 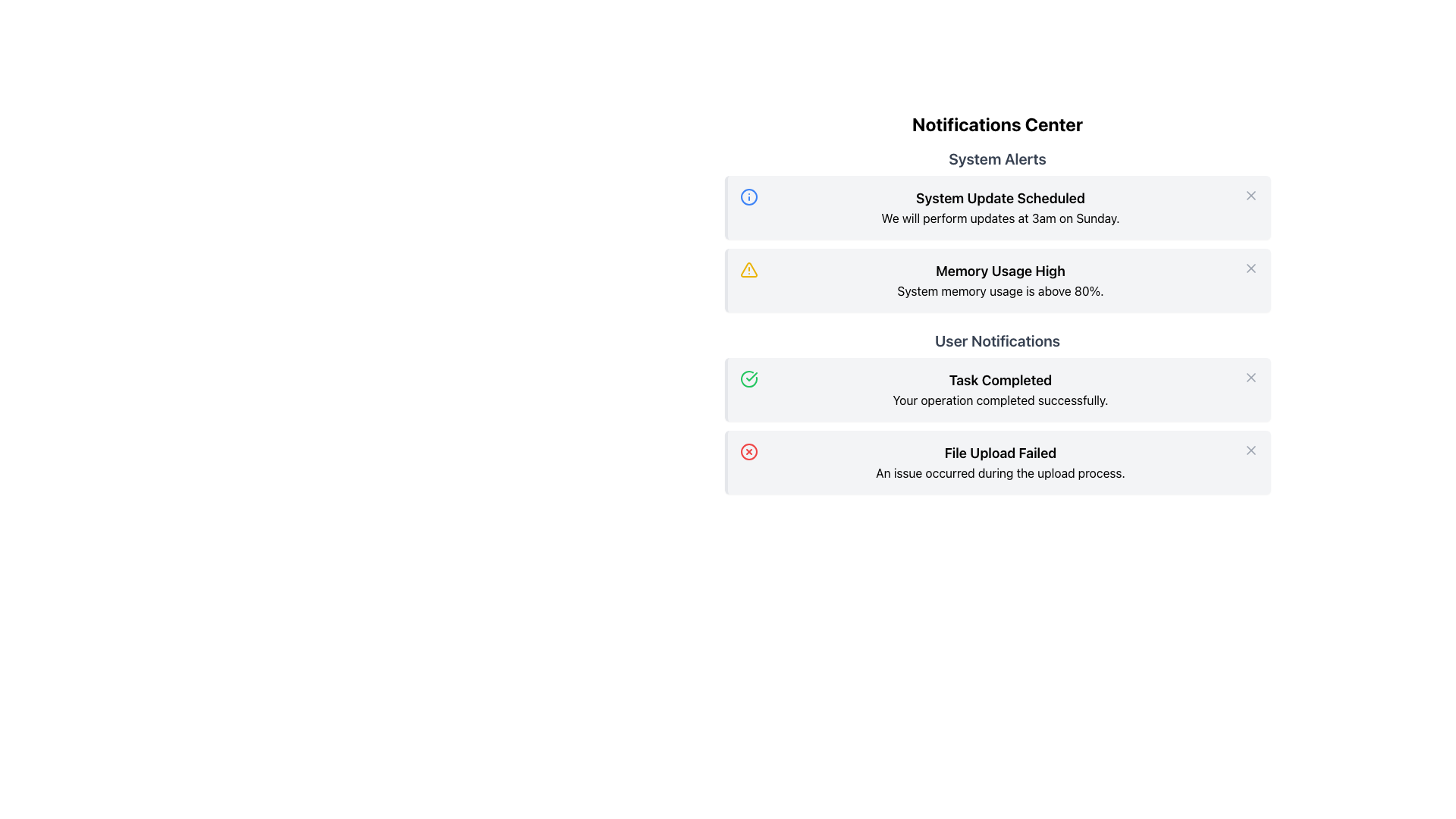 What do you see at coordinates (1000, 271) in the screenshot?
I see `the Text Label that serves as a title for high memory usage notifications, located under 'System Alerts' and second in the list` at bounding box center [1000, 271].